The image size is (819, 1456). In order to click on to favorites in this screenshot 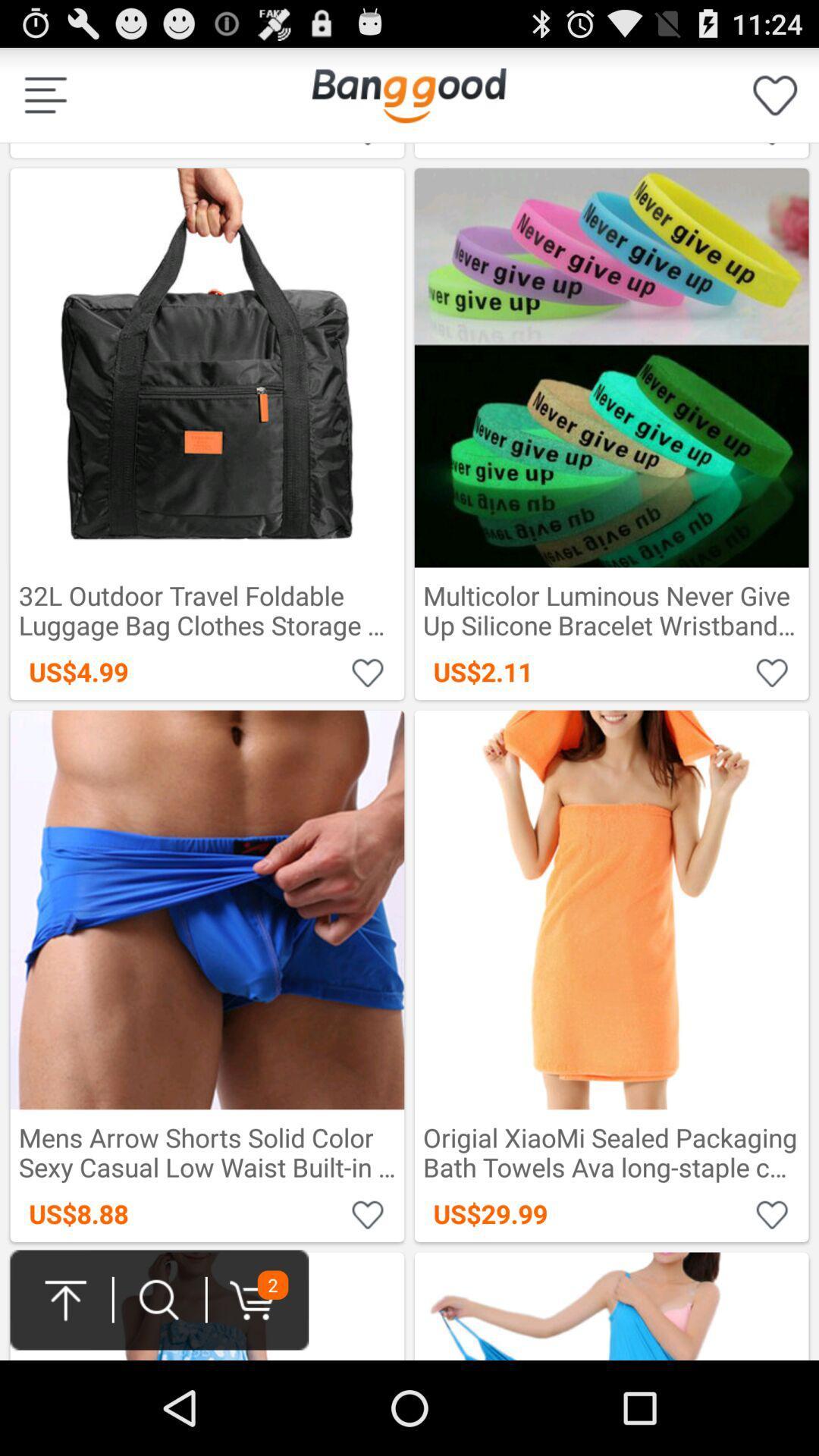, I will do `click(368, 146)`.